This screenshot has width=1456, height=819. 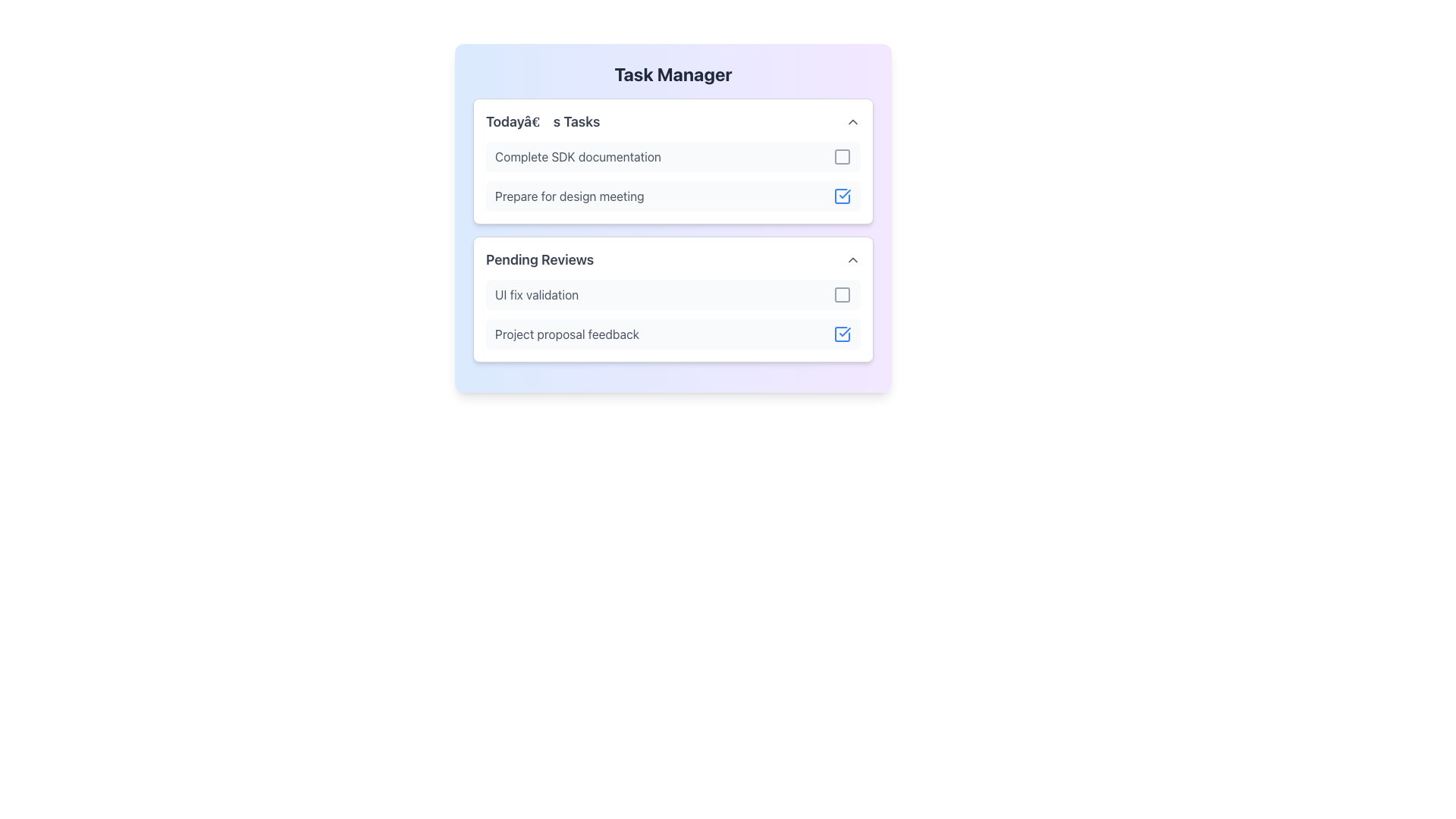 I want to click on the button located in the 'Pending Reviews' section, which is aligned to the far-right edge of the list item titled 'UI fix validation', so click(x=841, y=295).